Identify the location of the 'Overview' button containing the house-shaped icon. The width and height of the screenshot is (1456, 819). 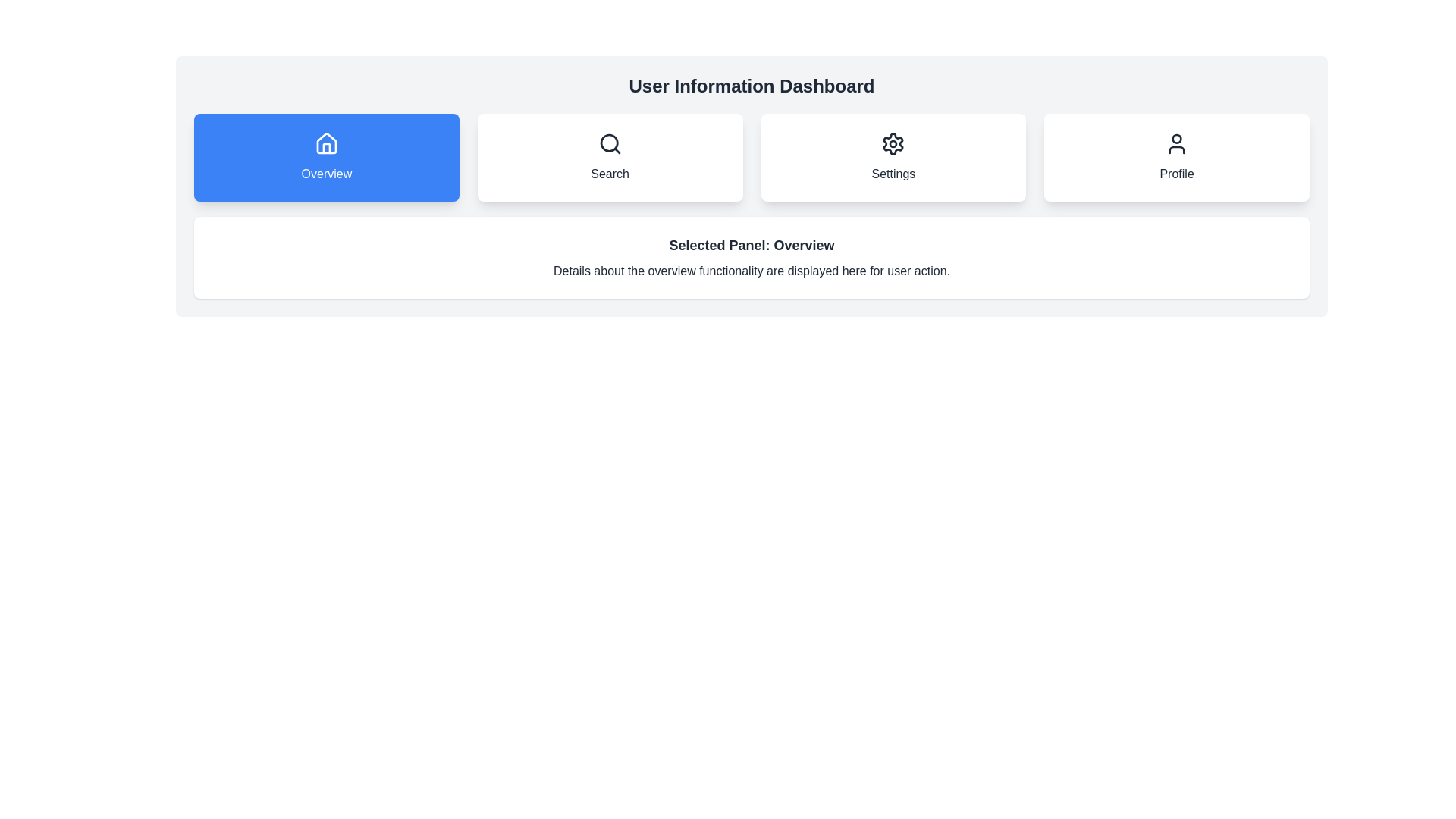
(325, 143).